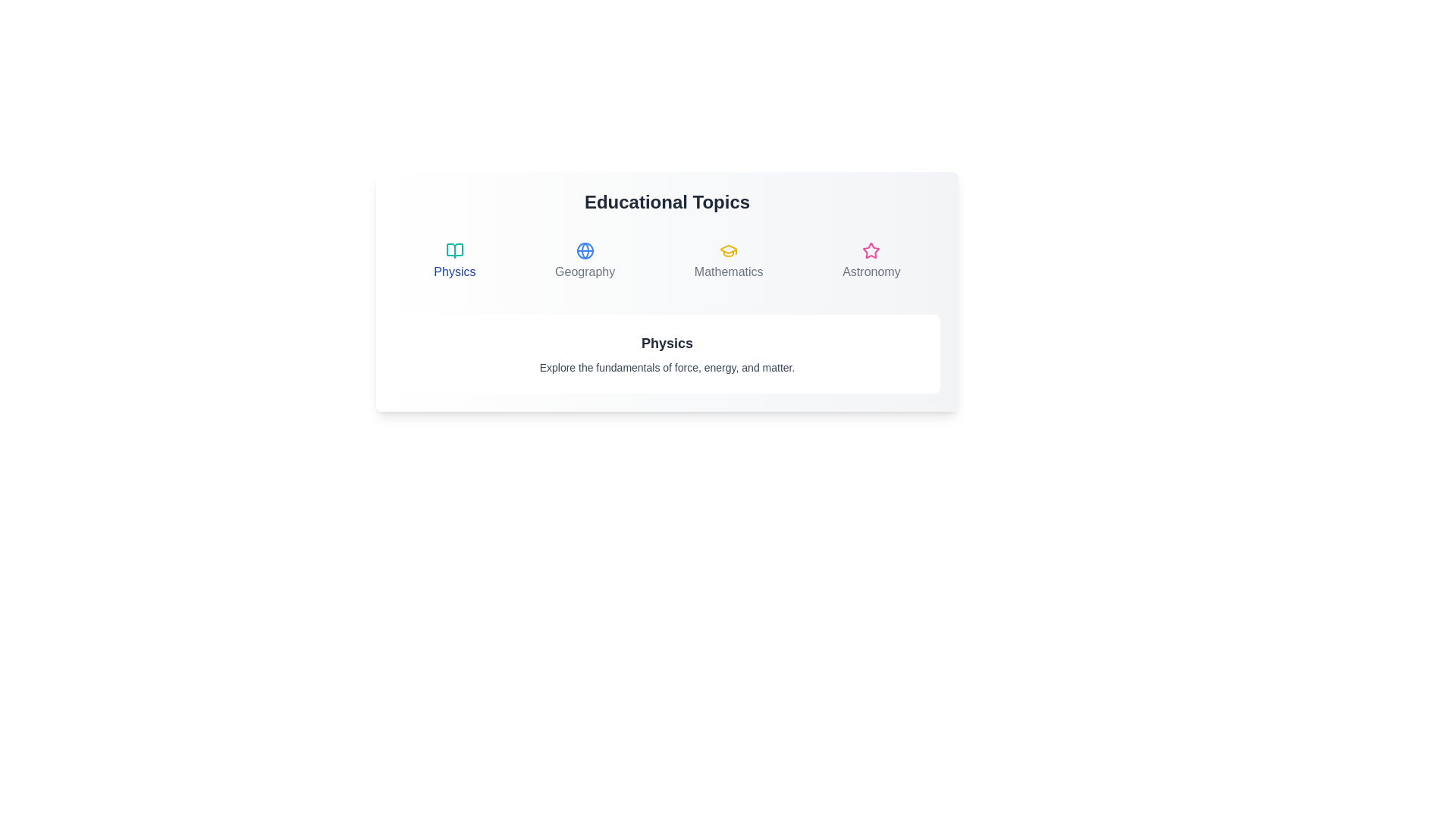 The image size is (1456, 819). Describe the element at coordinates (453, 260) in the screenshot. I see `the Physics tab to observe visual feedback` at that location.